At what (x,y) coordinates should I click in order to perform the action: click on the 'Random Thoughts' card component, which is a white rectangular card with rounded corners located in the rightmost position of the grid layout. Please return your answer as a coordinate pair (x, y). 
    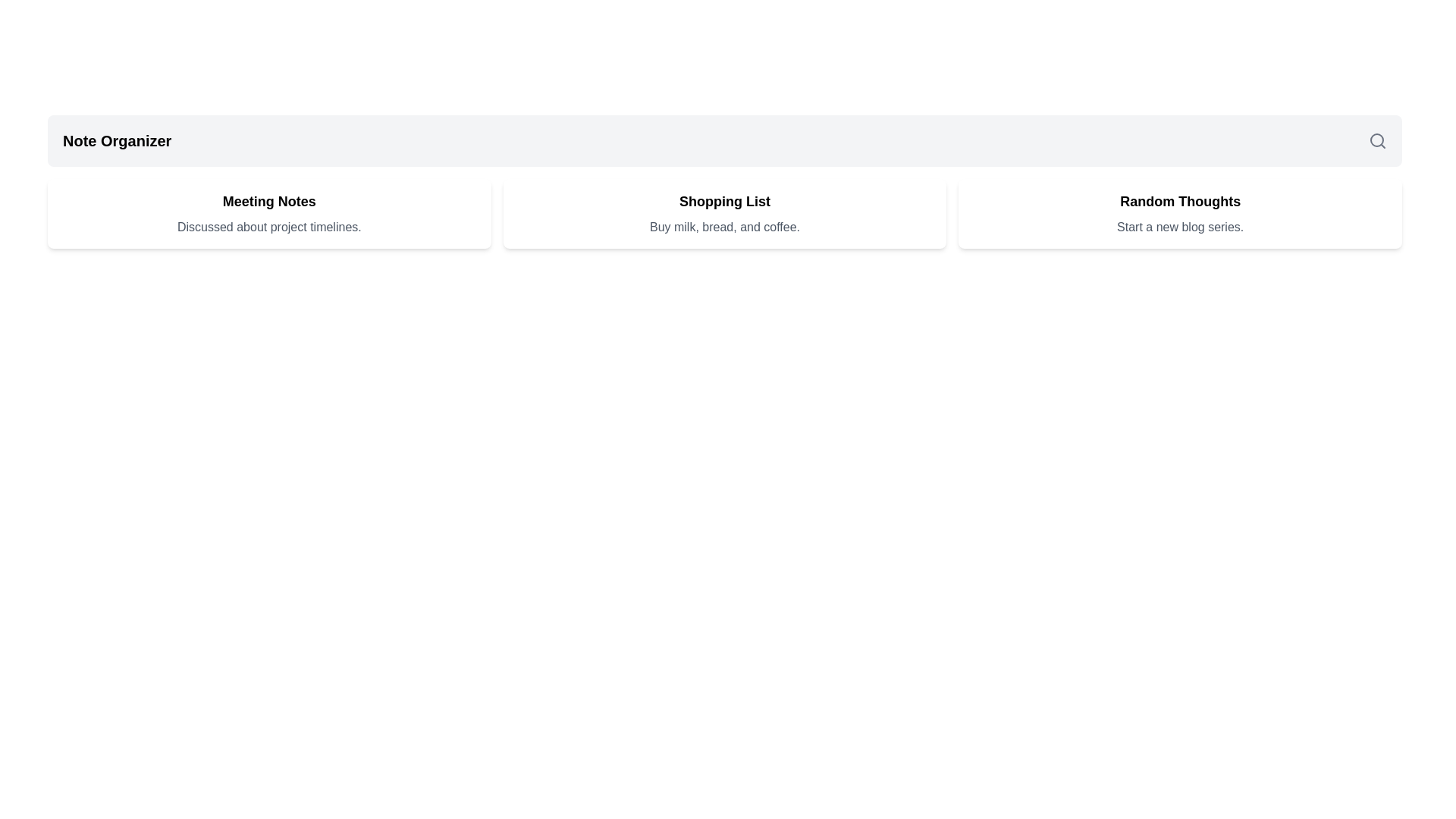
    Looking at the image, I should click on (1179, 213).